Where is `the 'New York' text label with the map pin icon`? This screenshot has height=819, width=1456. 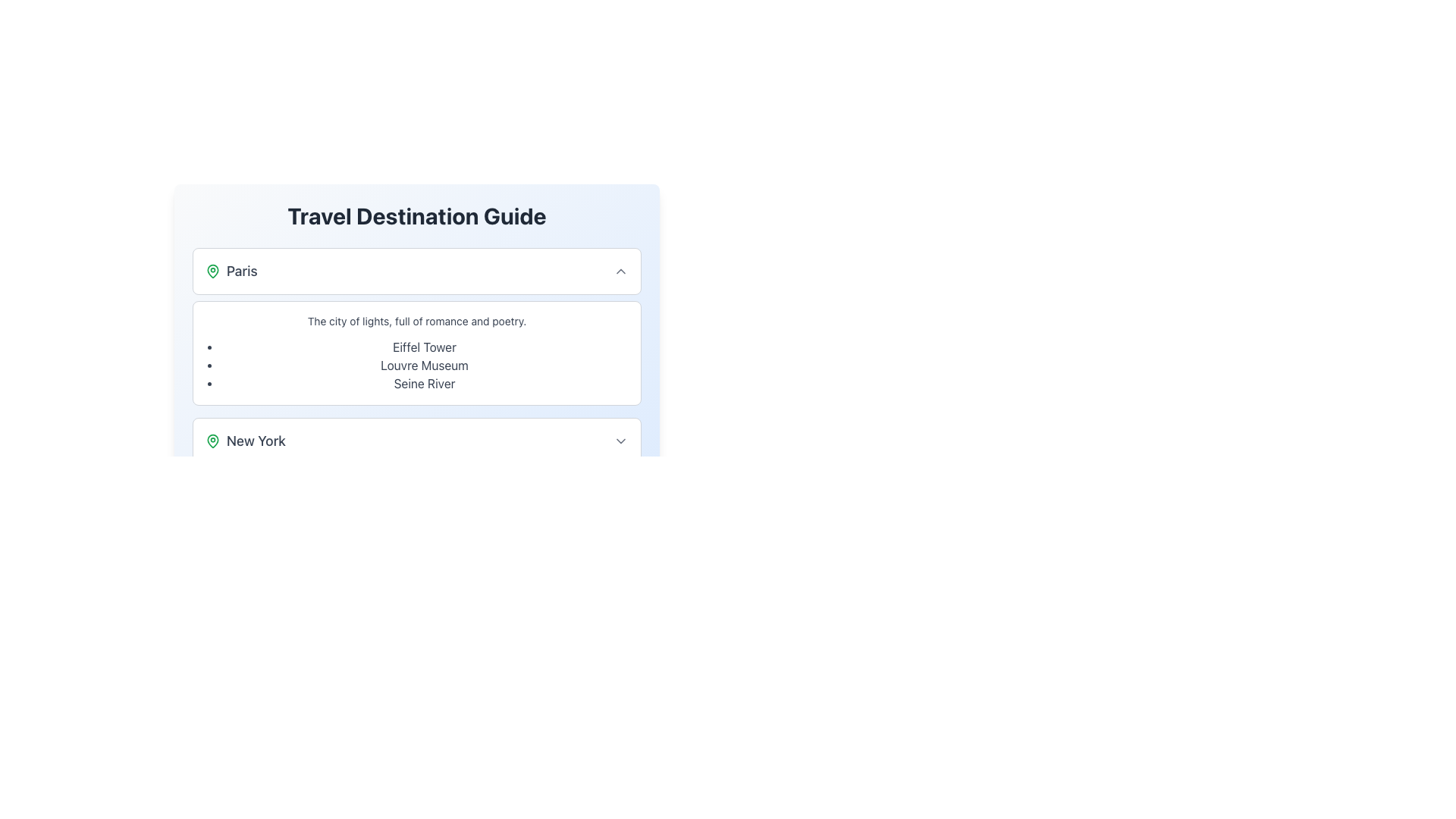 the 'New York' text label with the map pin icon is located at coordinates (245, 441).